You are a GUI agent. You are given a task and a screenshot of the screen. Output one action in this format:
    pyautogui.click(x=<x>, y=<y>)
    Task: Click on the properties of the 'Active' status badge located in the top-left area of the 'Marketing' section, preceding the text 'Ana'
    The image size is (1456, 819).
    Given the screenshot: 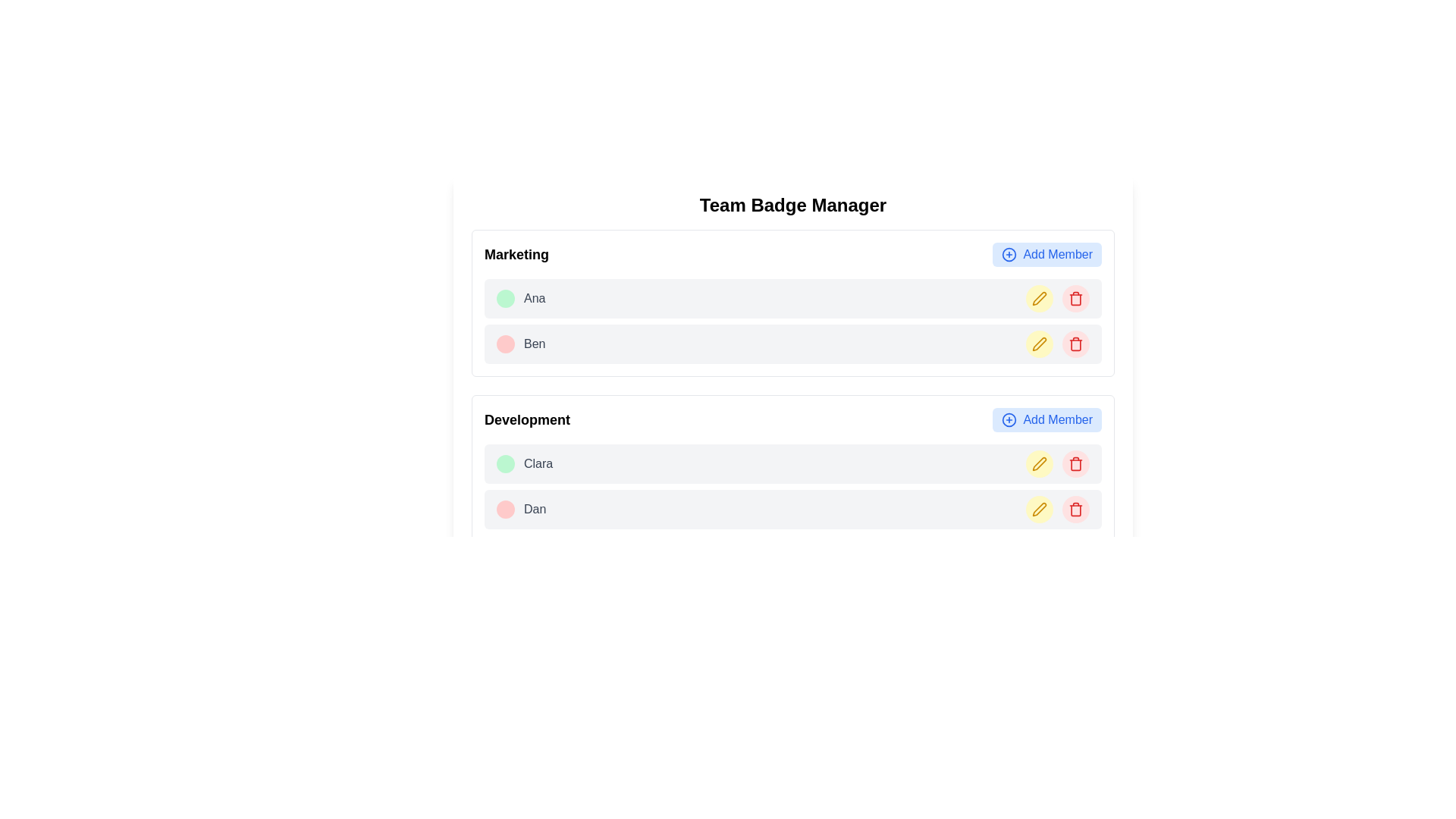 What is the action you would take?
    pyautogui.click(x=506, y=298)
    